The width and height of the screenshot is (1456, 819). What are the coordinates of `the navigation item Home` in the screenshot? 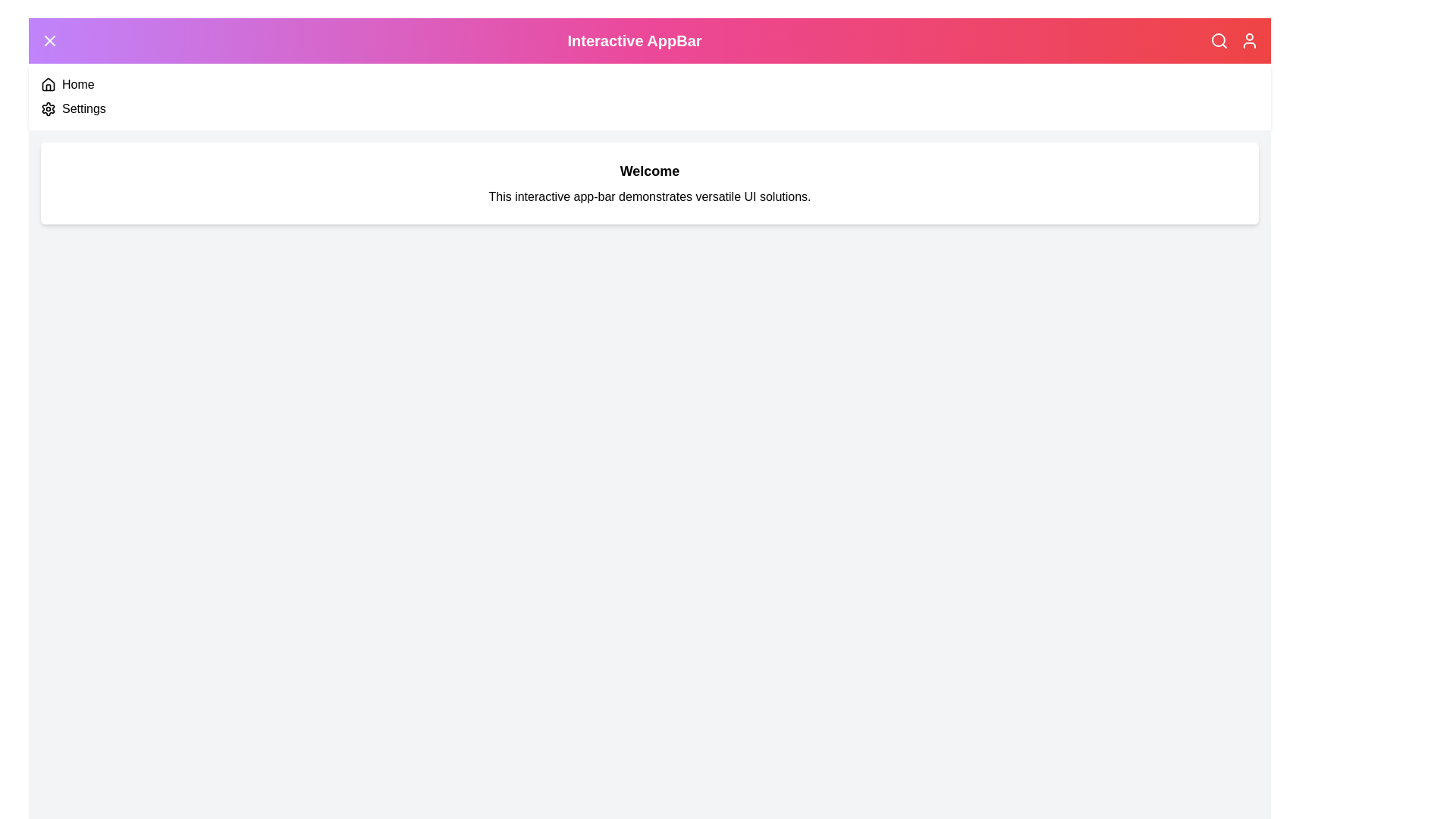 It's located at (48, 84).